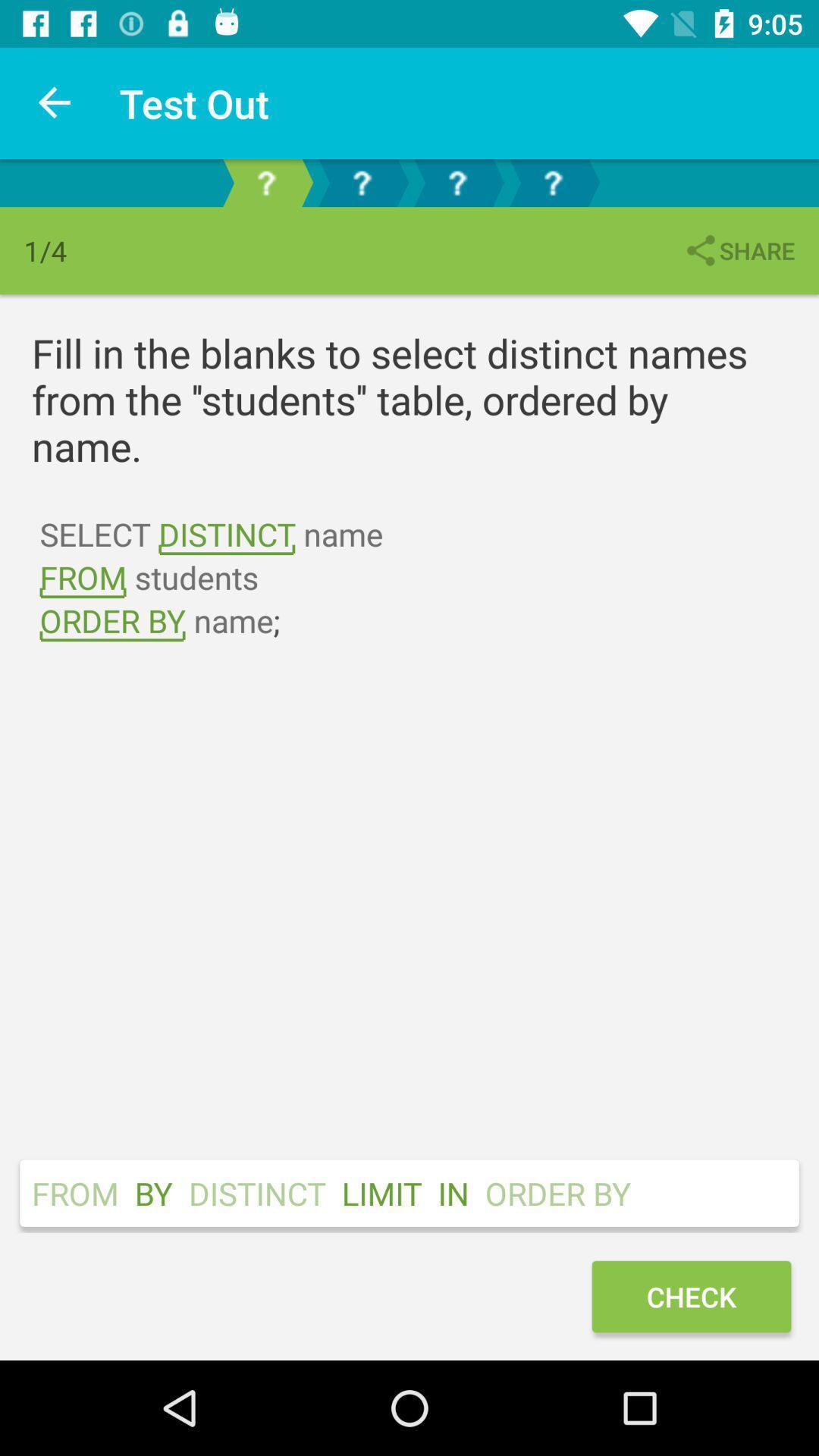 This screenshot has width=819, height=1456. What do you see at coordinates (691, 1295) in the screenshot?
I see `the check icon` at bounding box center [691, 1295].